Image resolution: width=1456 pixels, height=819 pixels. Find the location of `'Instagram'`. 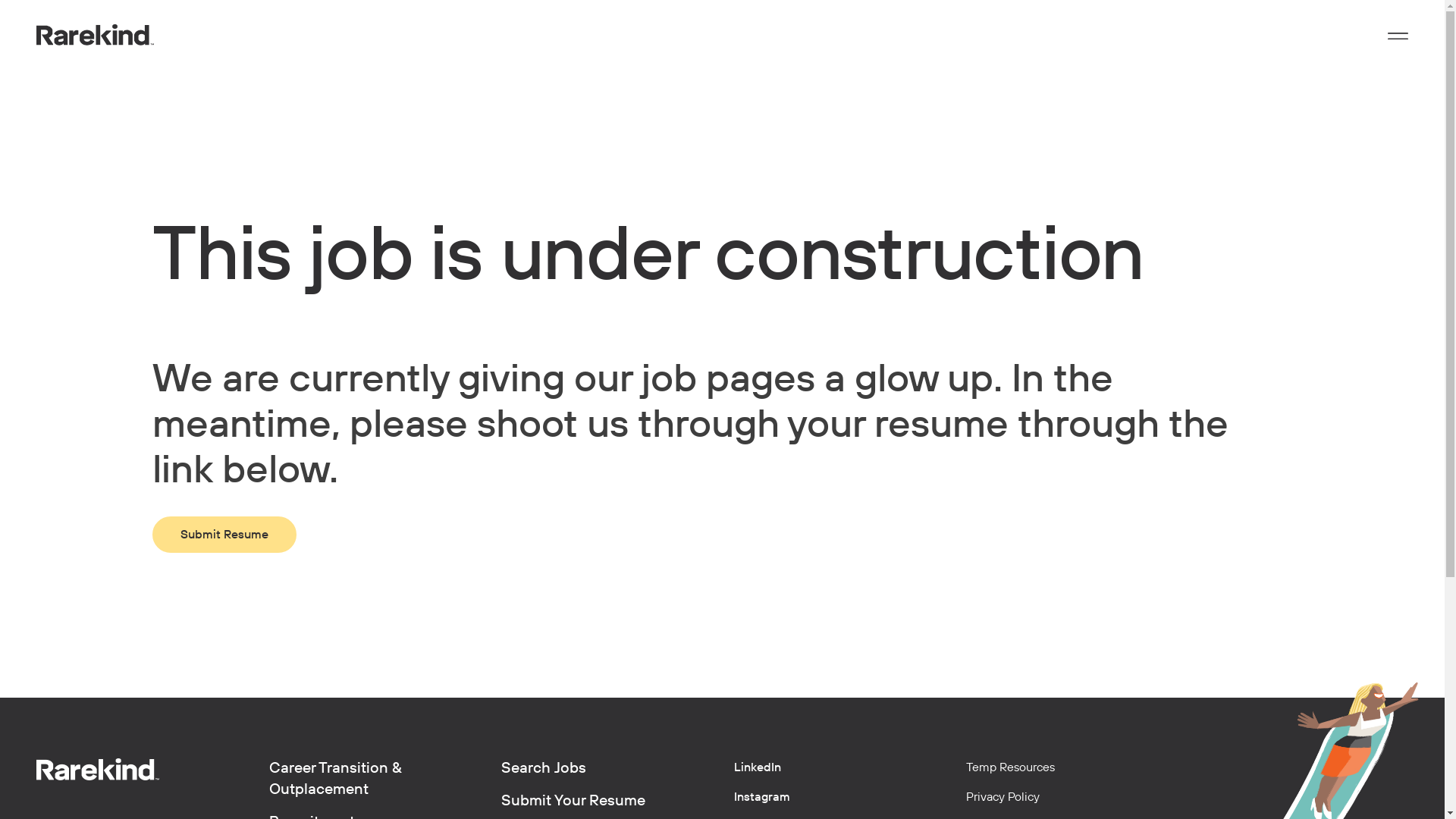

'Instagram' is located at coordinates (761, 795).